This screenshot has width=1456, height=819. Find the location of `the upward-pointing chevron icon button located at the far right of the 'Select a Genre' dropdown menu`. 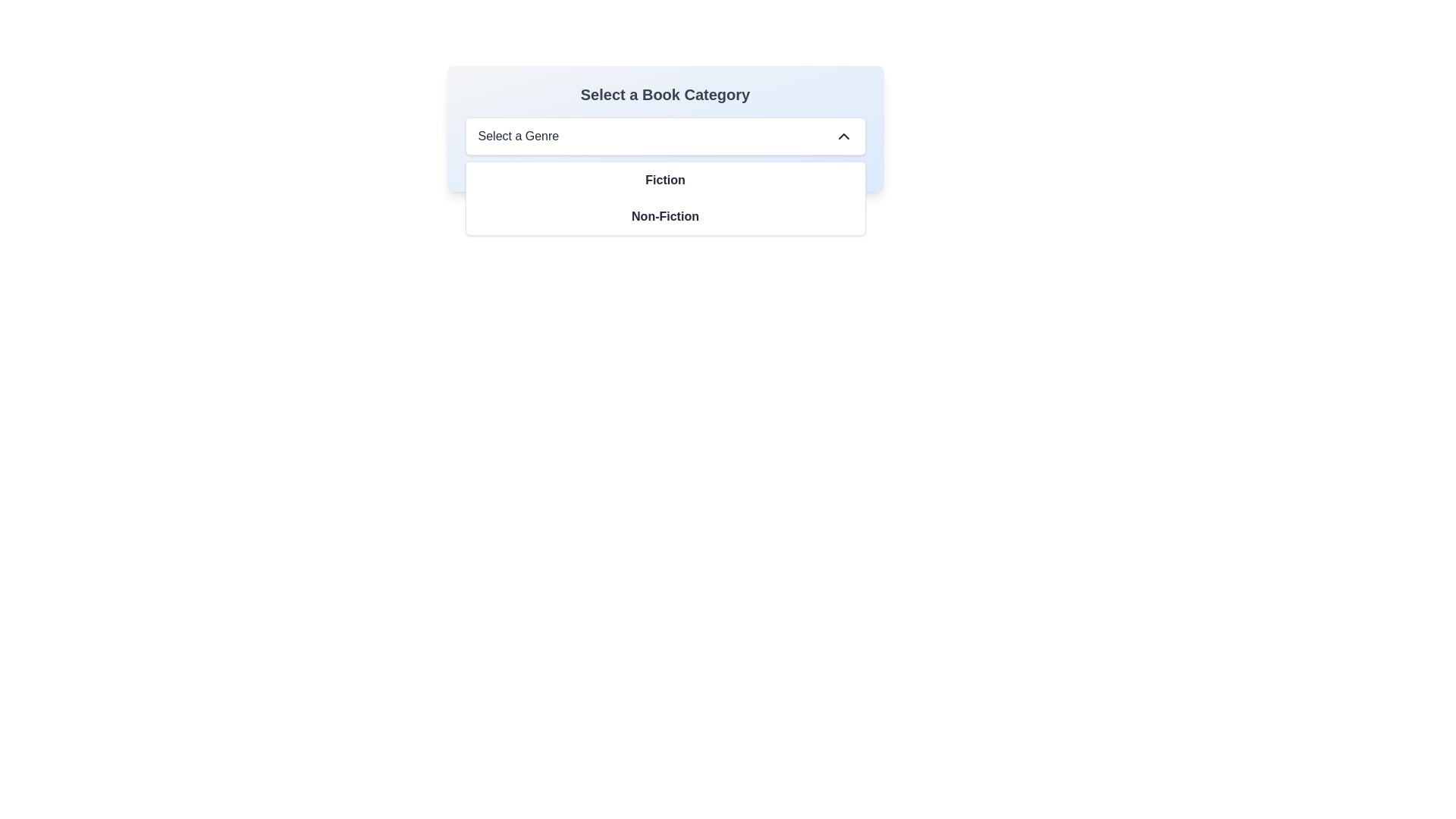

the upward-pointing chevron icon button located at the far right of the 'Select a Genre' dropdown menu is located at coordinates (843, 136).